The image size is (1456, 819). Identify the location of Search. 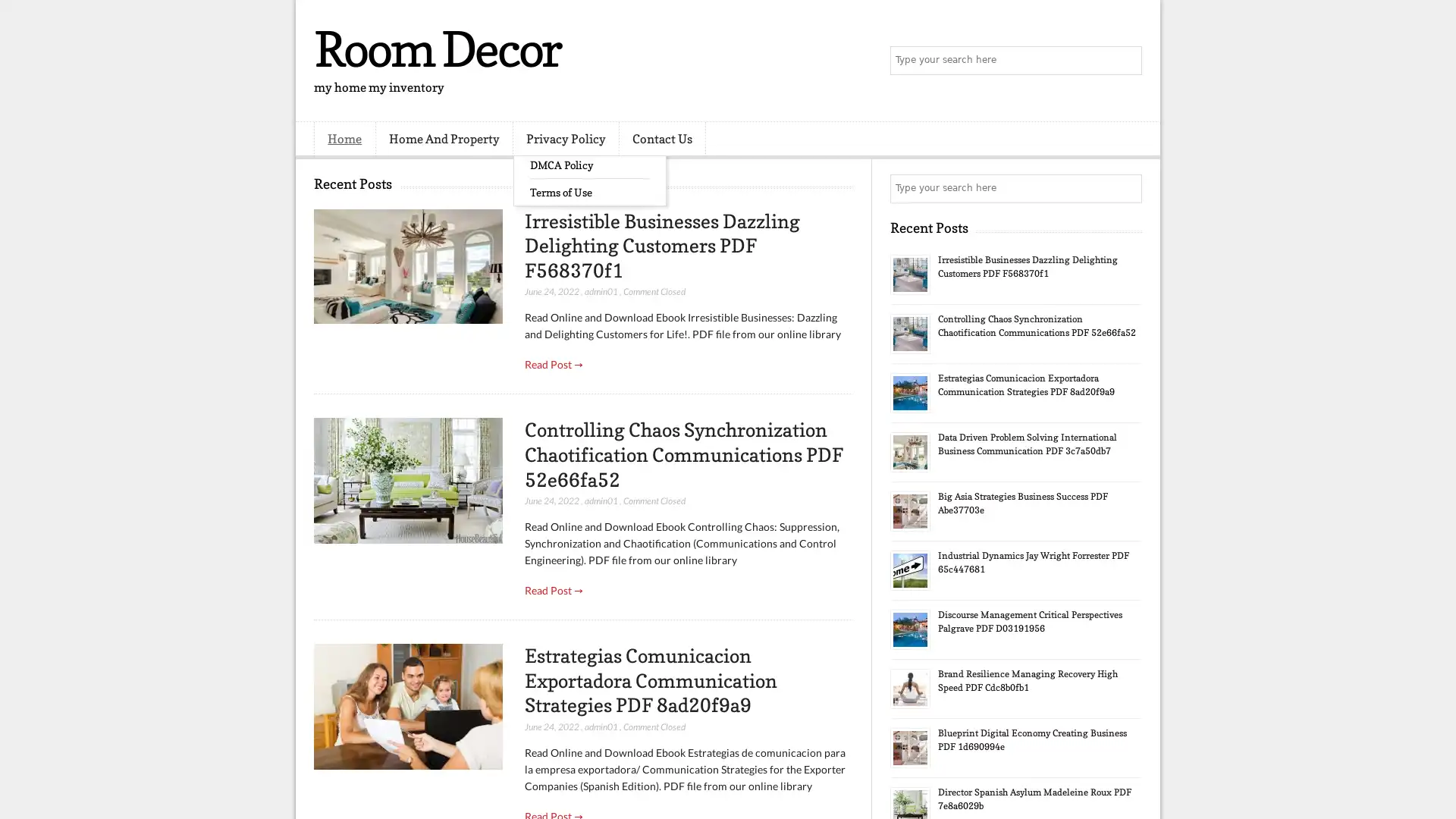
(1126, 61).